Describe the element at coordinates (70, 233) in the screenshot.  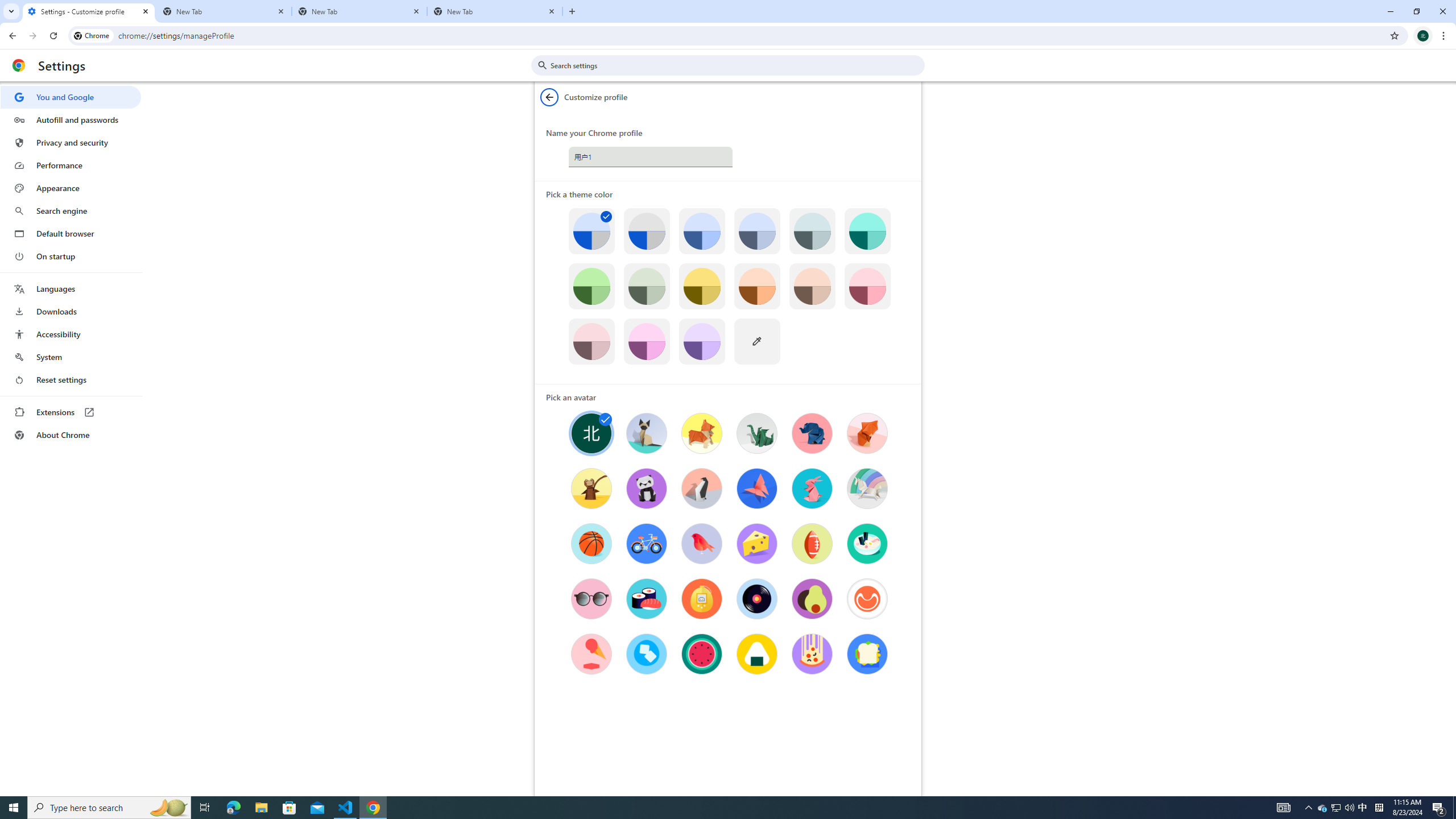
I see `'Default browser'` at that location.